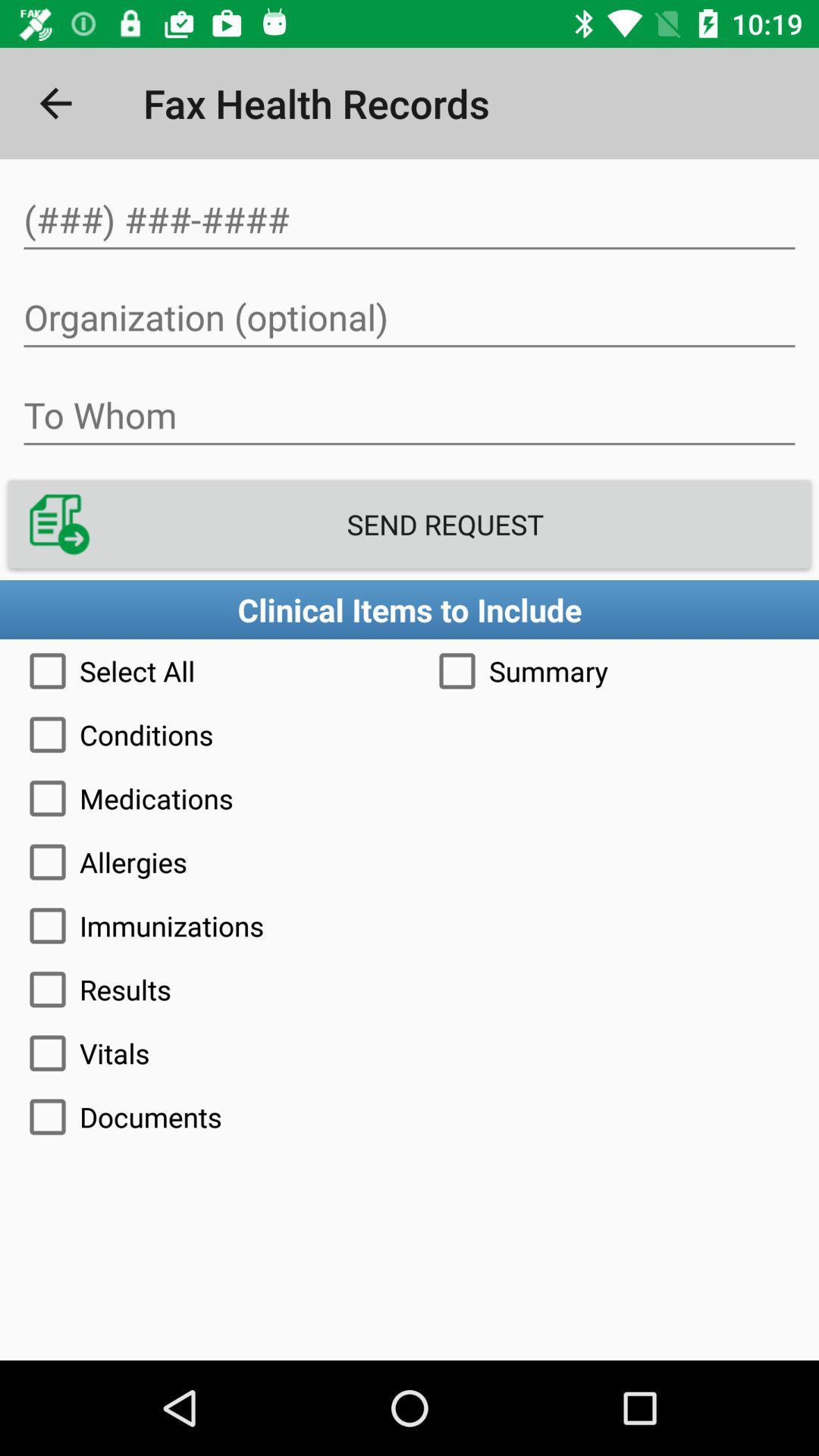 The height and width of the screenshot is (1456, 819). I want to click on person to send fax to, so click(409, 416).